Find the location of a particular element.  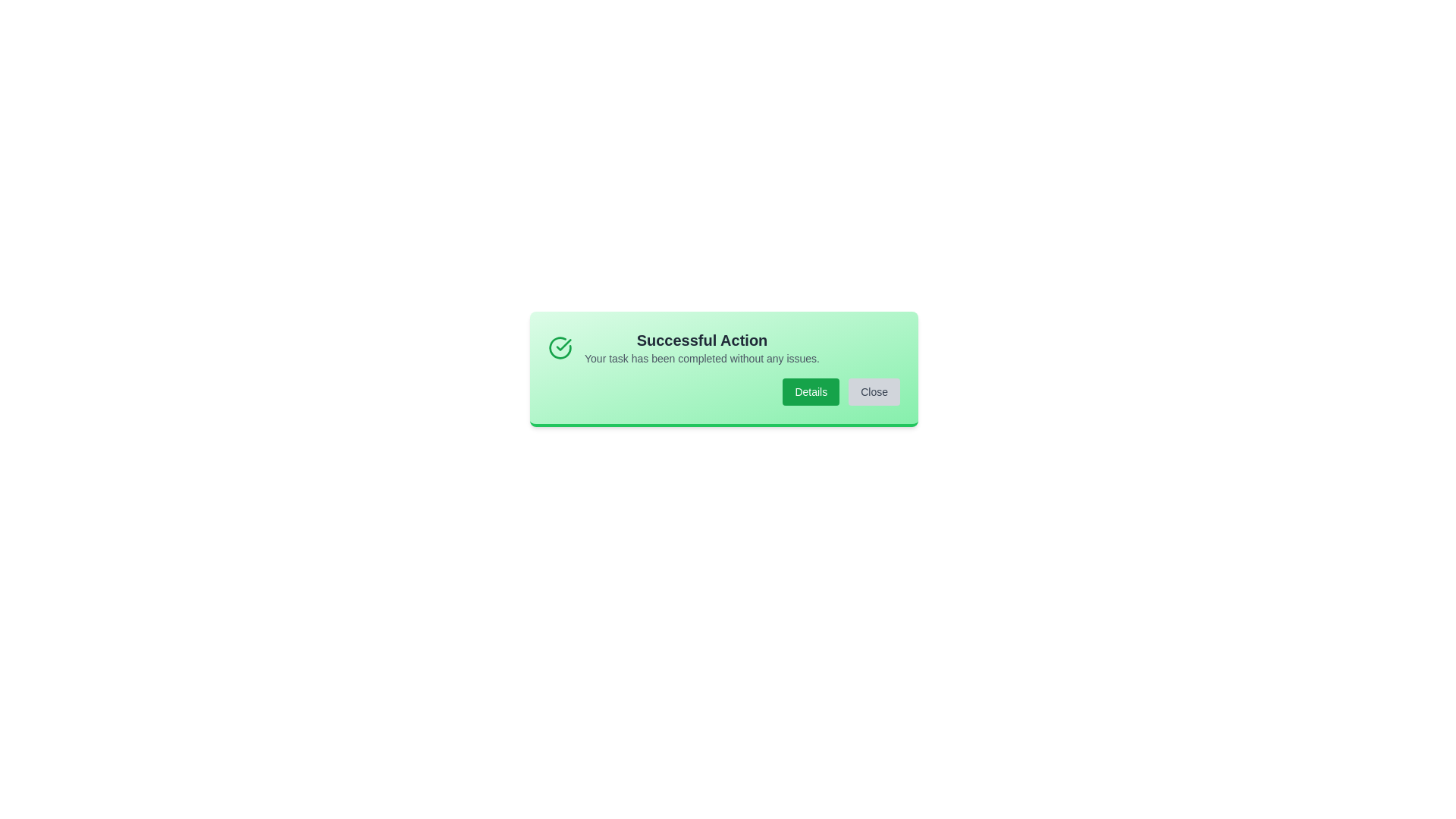

the button Details to observe its hover effect is located at coordinates (810, 391).